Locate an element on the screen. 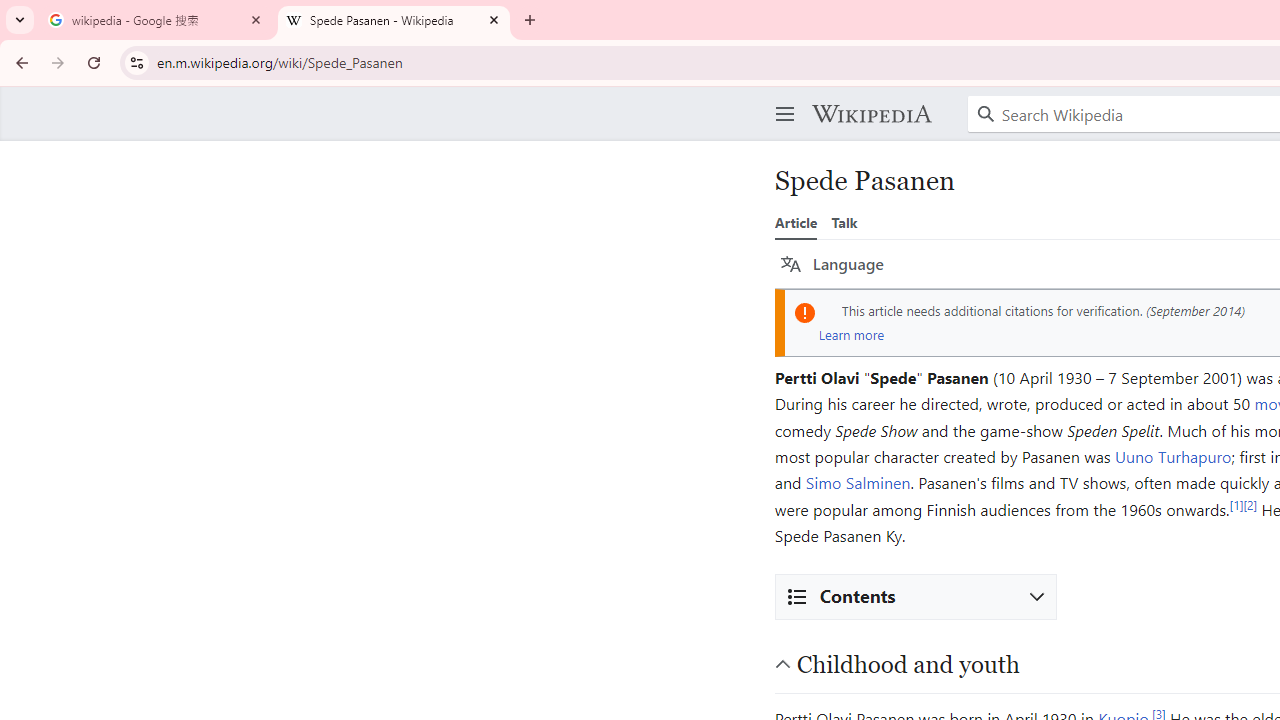  'Talk' is located at coordinates (844, 222).